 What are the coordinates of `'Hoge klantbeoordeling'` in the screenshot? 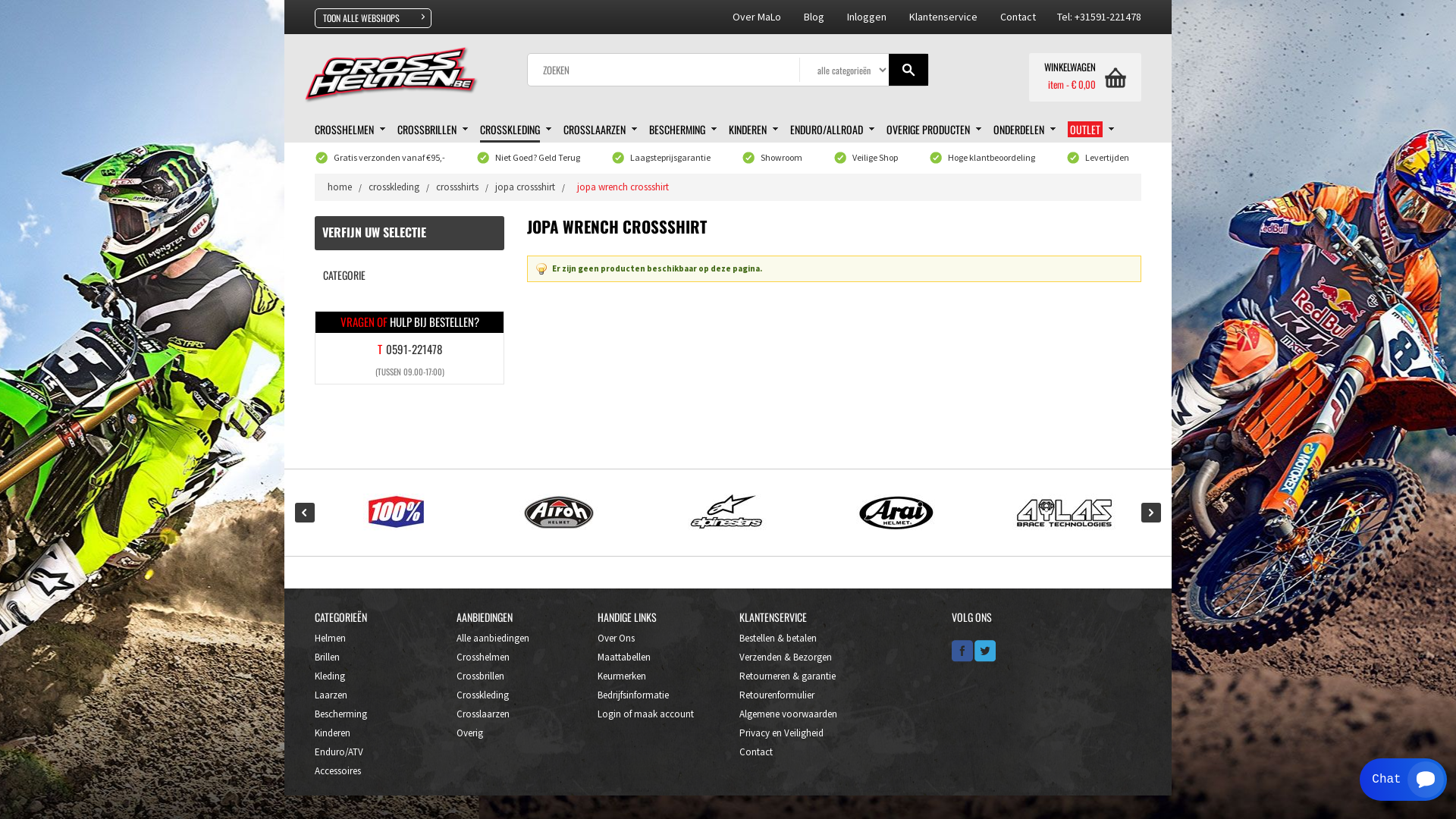 It's located at (946, 157).